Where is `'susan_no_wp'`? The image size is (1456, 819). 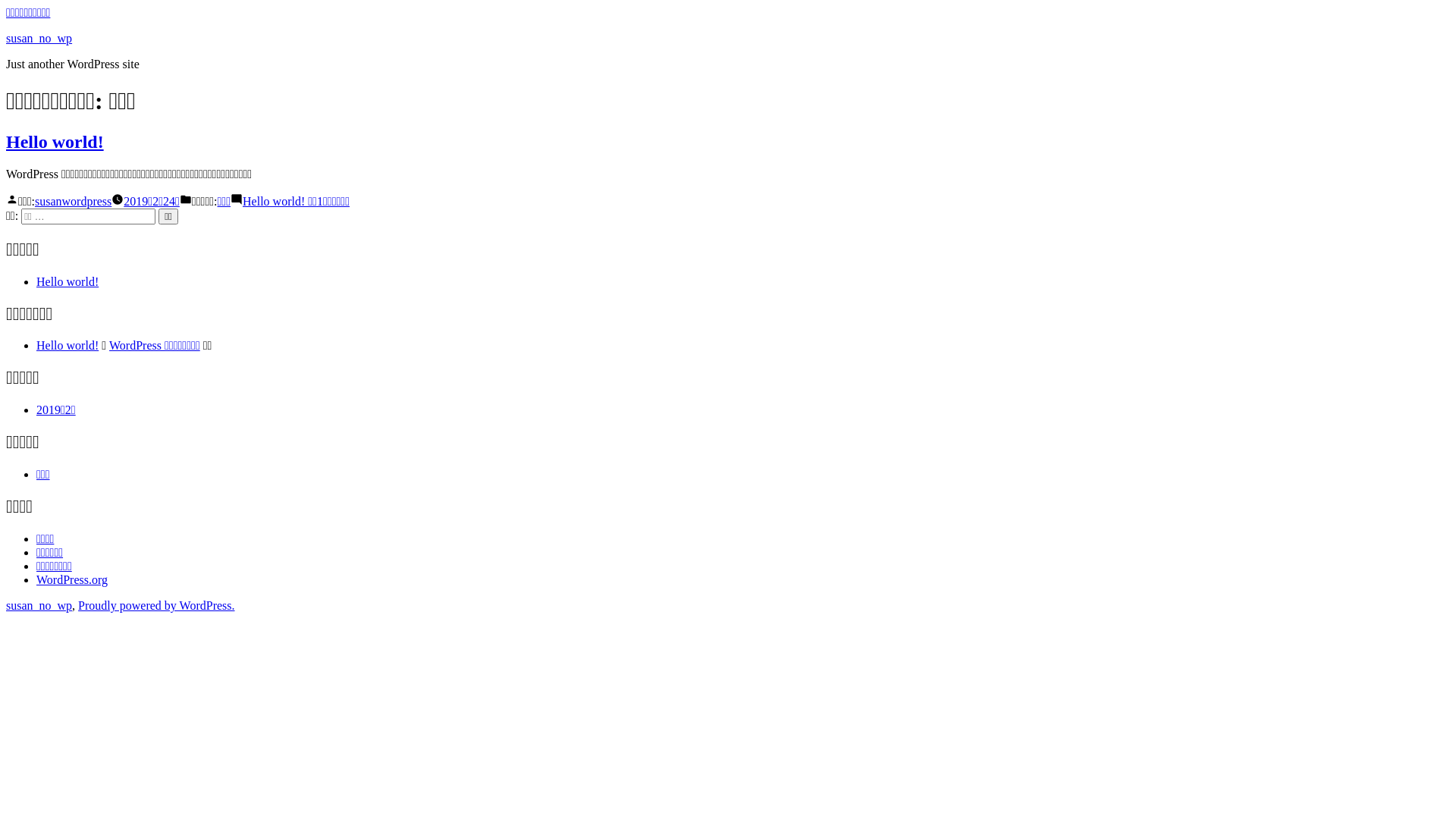
'susan_no_wp' is located at coordinates (39, 37).